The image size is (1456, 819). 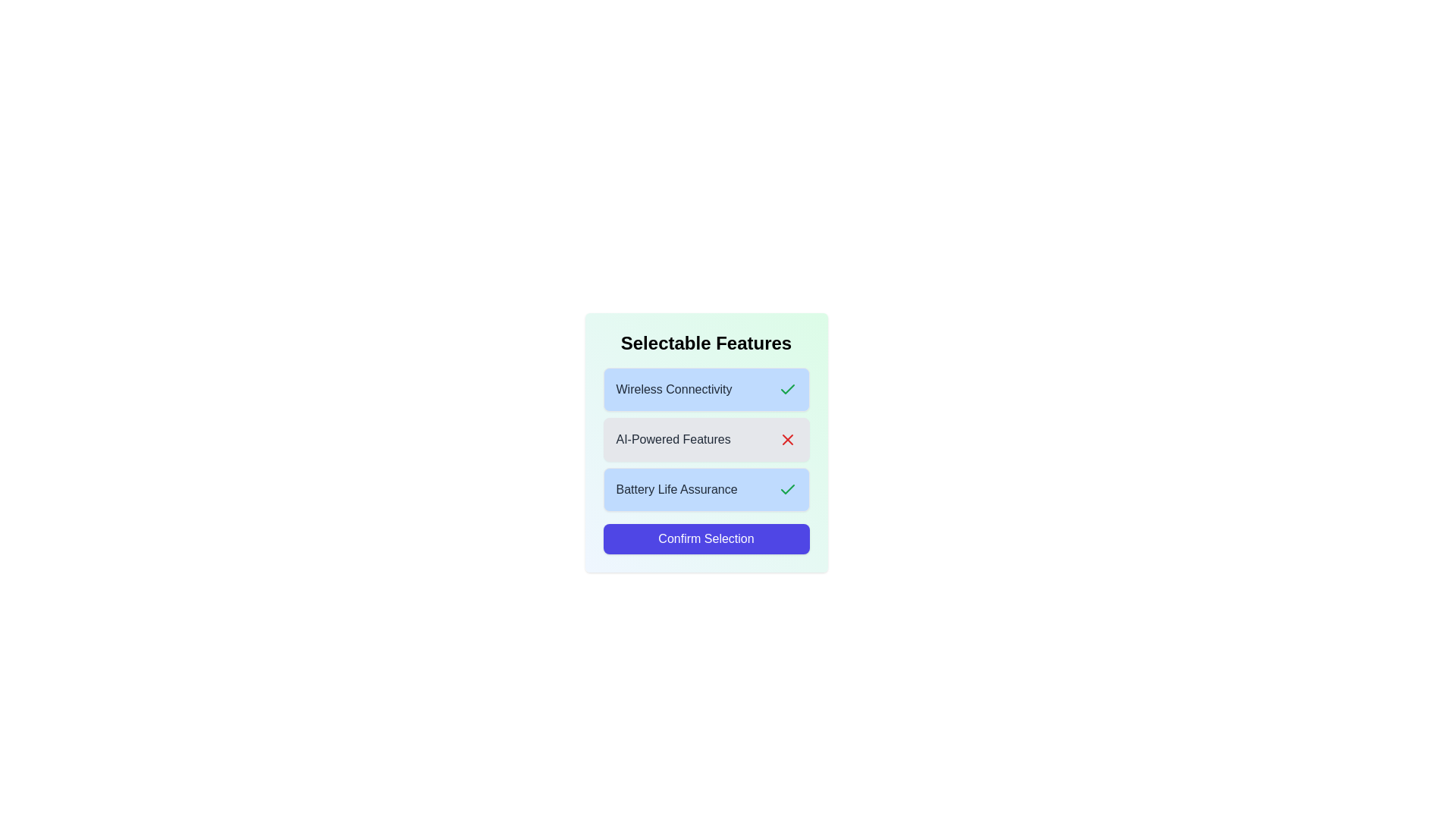 What do you see at coordinates (705, 388) in the screenshot?
I see `the first selectable feature option in the list, which represents 'Wireless Connectivity' and is indicated by a green checkmark icon` at bounding box center [705, 388].